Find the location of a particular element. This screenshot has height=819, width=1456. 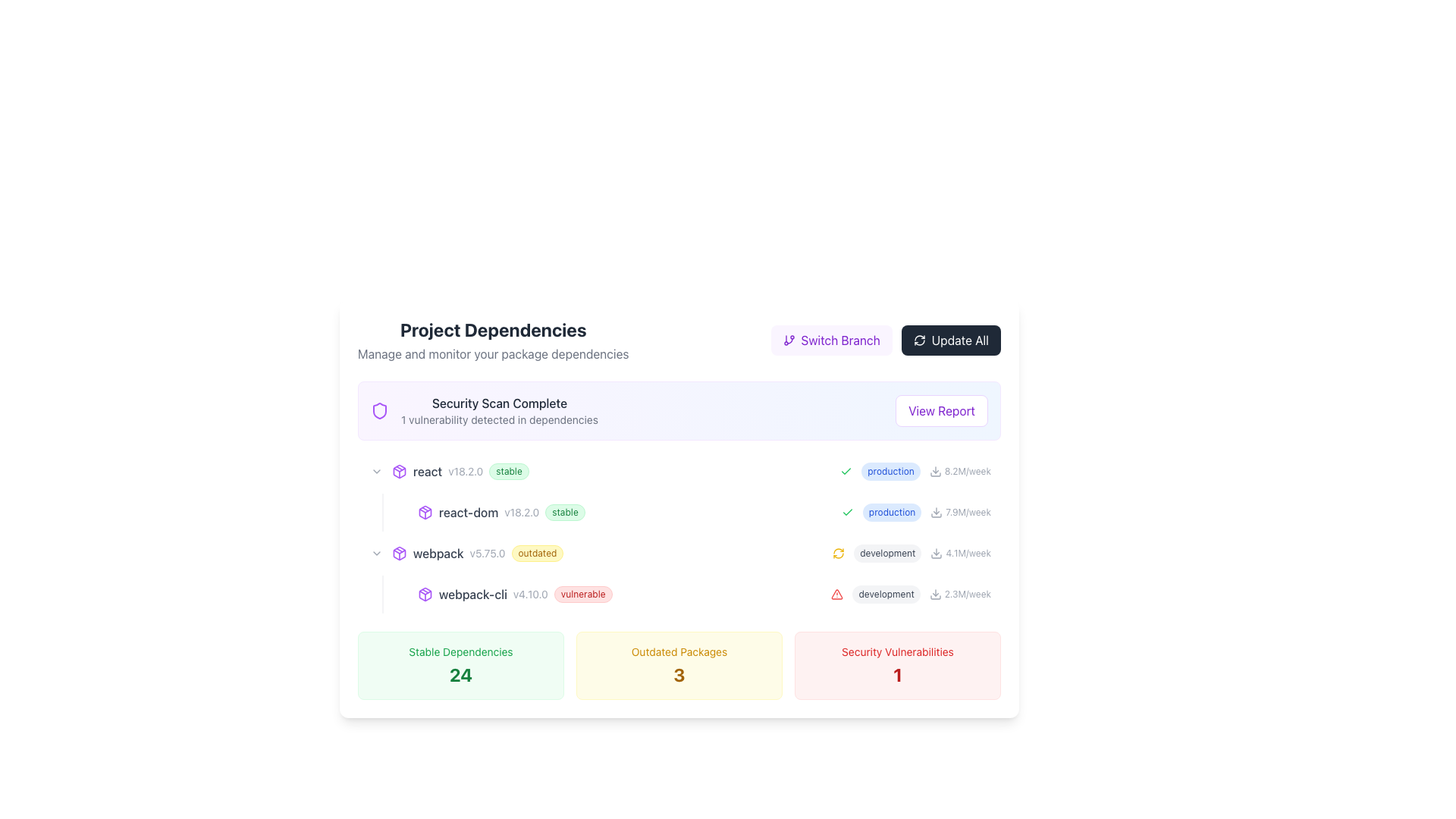

the text label displaying '1 vulnerability detected in dependencies', which is located below the header 'Security Scan Complete' is located at coordinates (499, 420).